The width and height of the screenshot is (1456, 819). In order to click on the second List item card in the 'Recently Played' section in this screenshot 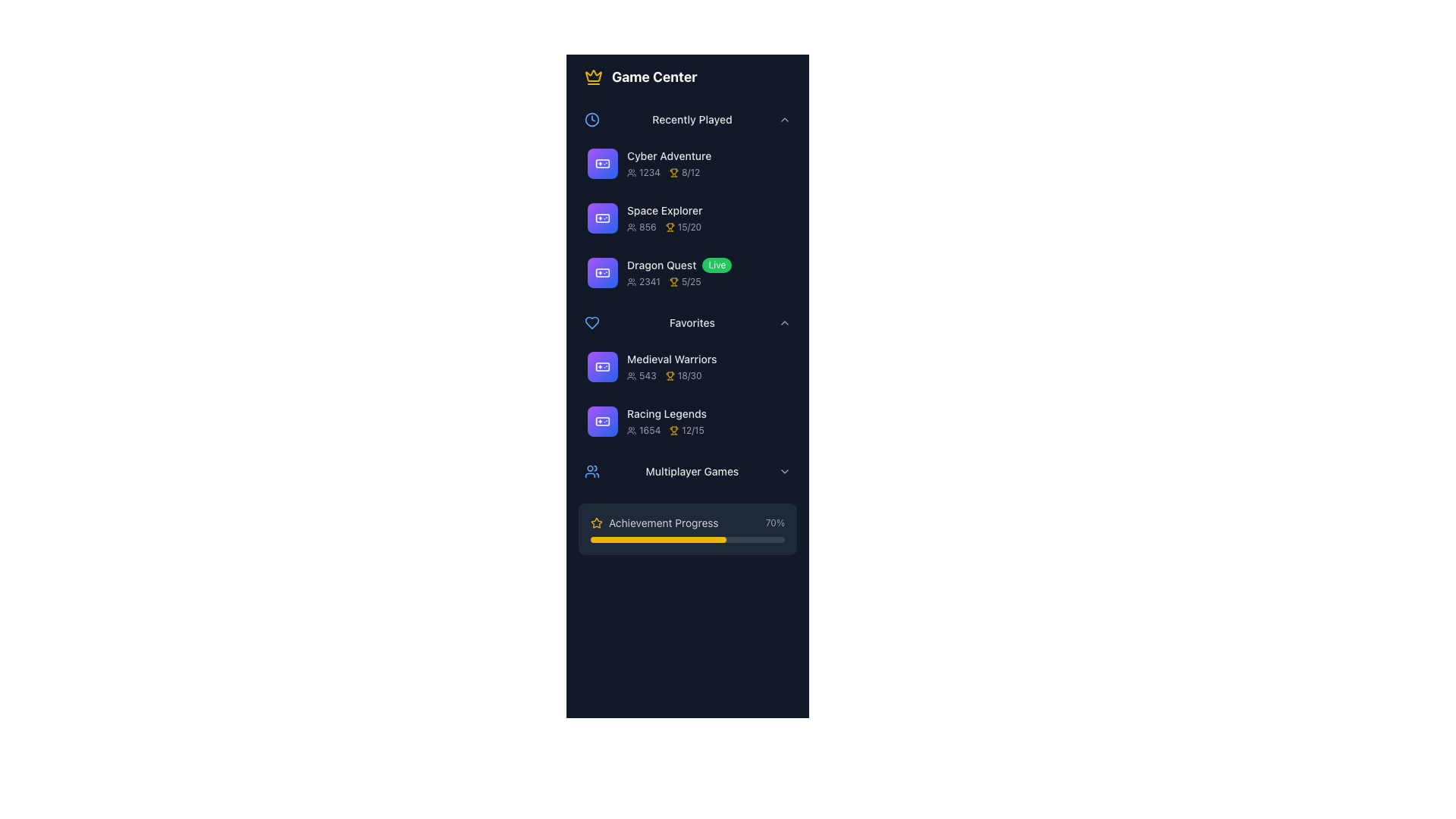, I will do `click(687, 218)`.